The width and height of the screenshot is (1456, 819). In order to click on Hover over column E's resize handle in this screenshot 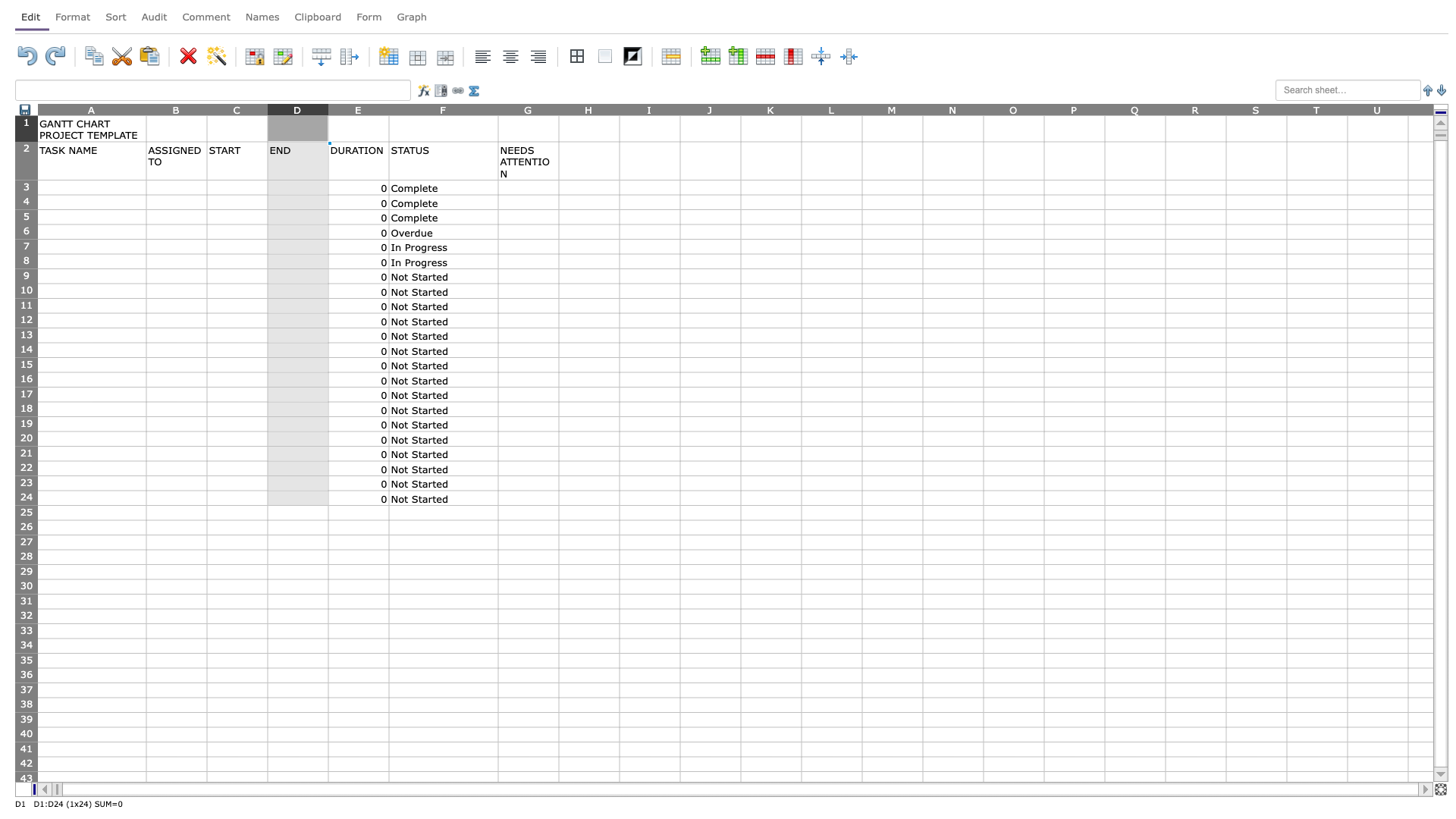, I will do `click(389, 108)`.